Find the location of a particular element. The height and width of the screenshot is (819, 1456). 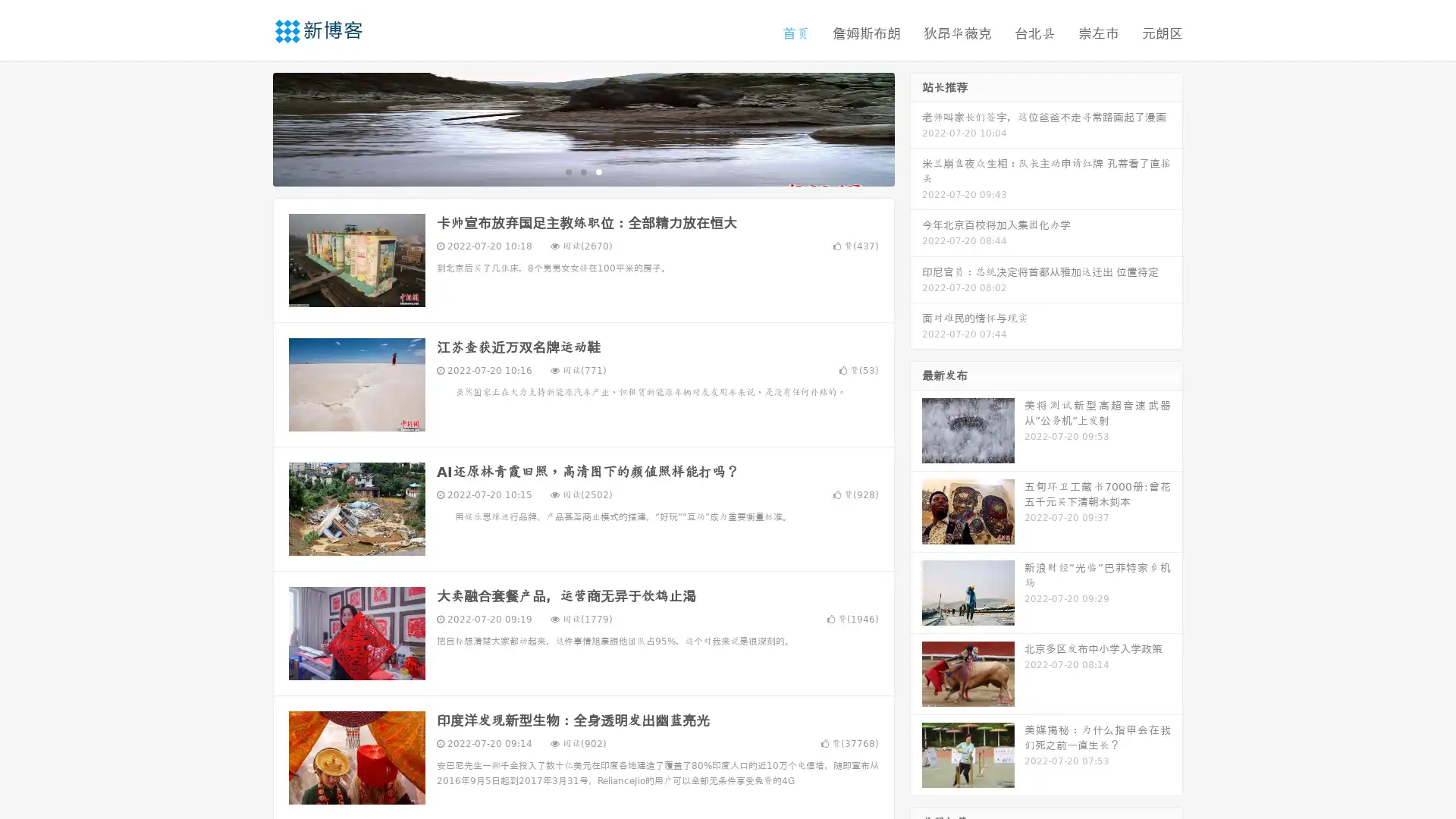

Previous slide is located at coordinates (250, 127).